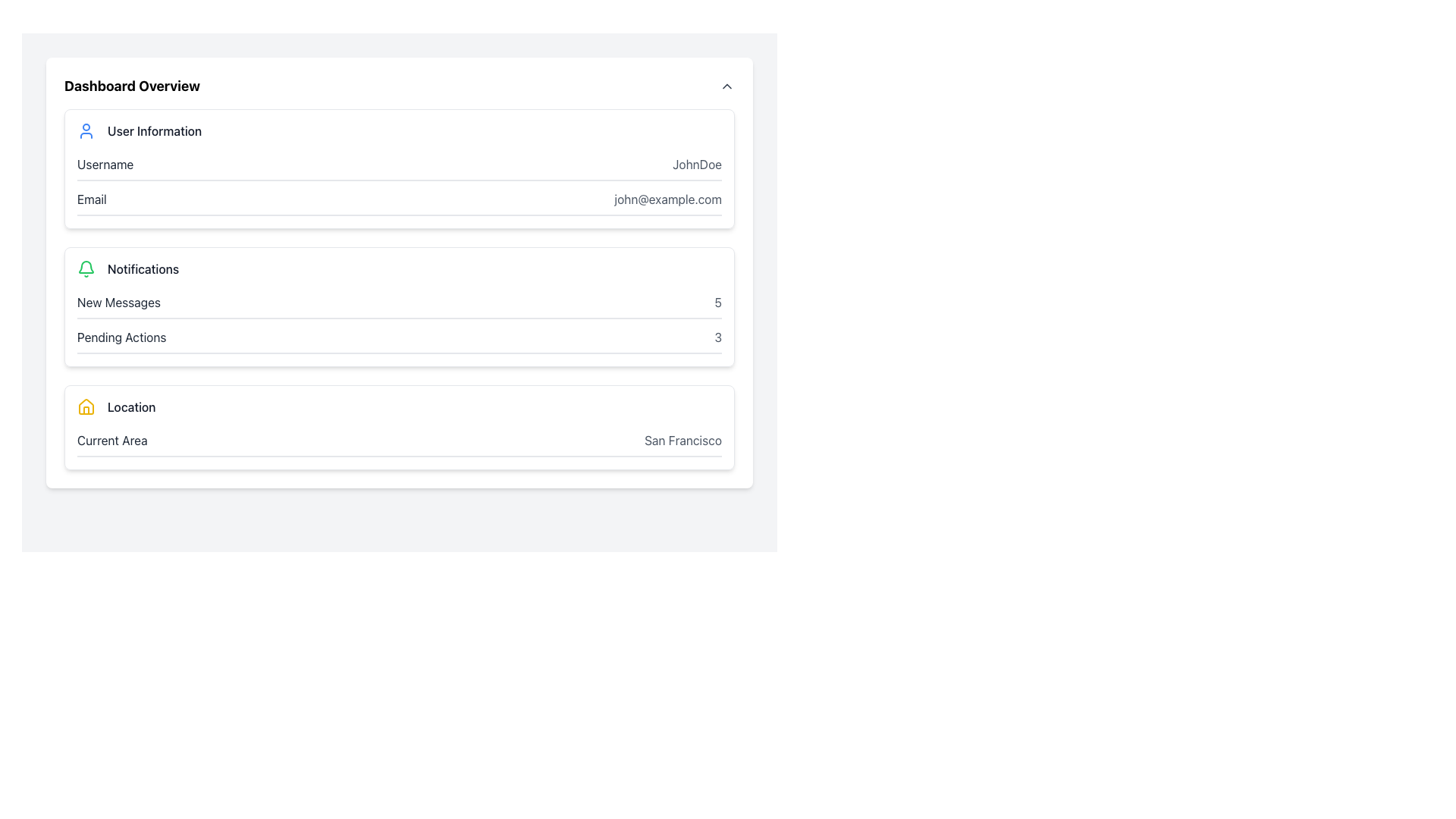  I want to click on the static text element displaying the numeral '5', which is located at the top-right corner of the 'New Messages' section in the notifications block, so click(717, 302).